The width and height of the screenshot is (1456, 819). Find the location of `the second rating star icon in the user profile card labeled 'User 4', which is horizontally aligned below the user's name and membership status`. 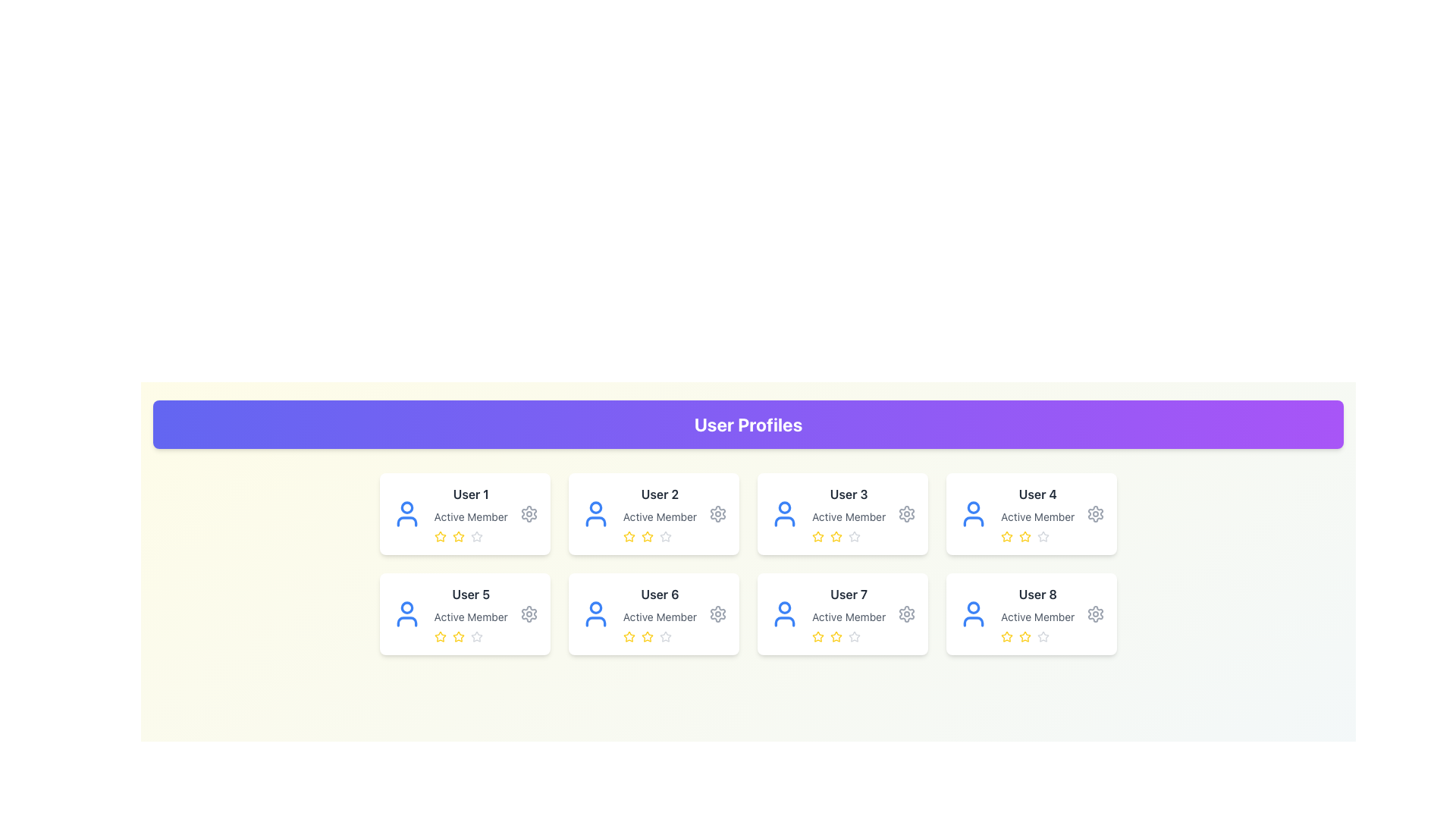

the second rating star icon in the user profile card labeled 'User 4', which is horizontally aligned below the user's name and membership status is located at coordinates (1025, 536).